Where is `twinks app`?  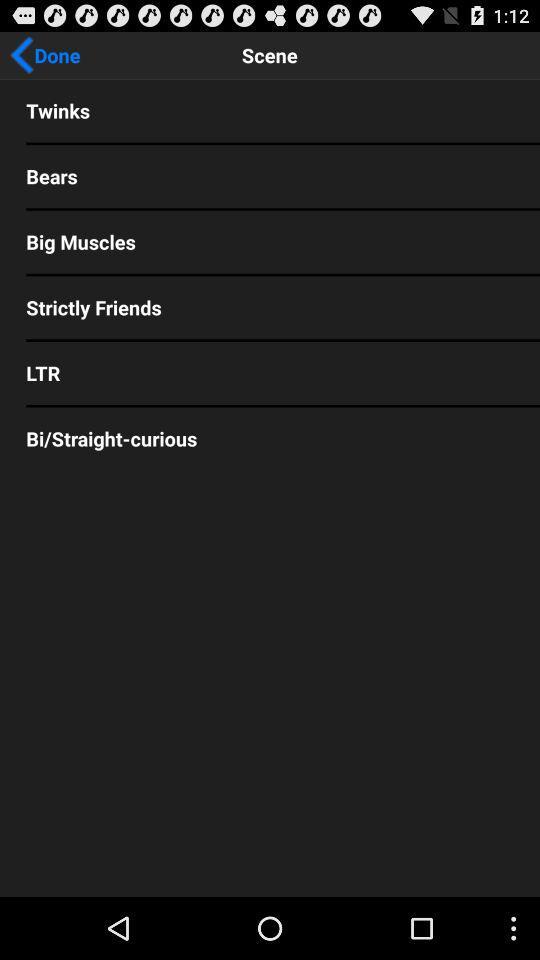
twinks app is located at coordinates (270, 110).